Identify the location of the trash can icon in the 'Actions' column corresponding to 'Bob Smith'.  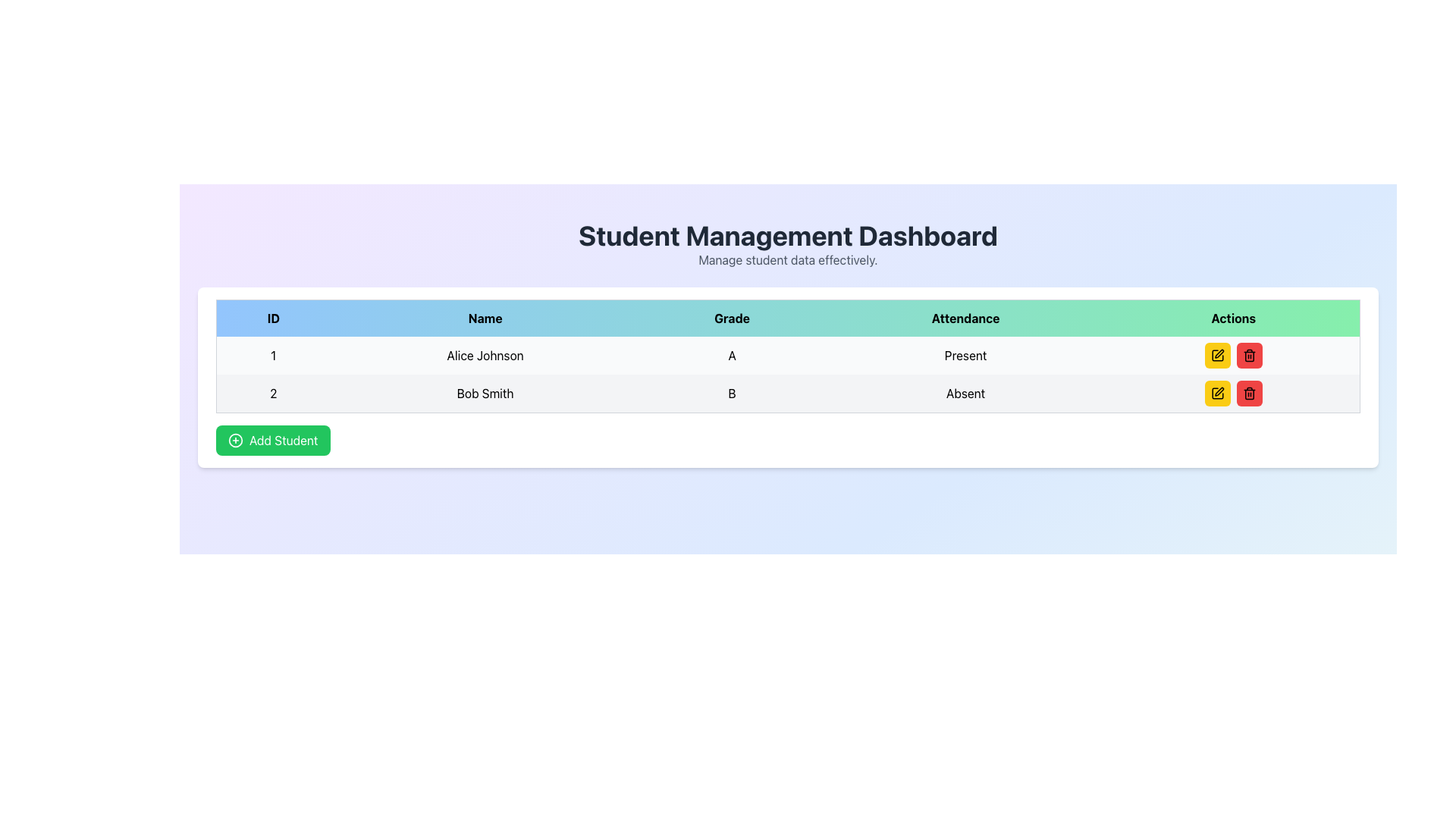
(1249, 356).